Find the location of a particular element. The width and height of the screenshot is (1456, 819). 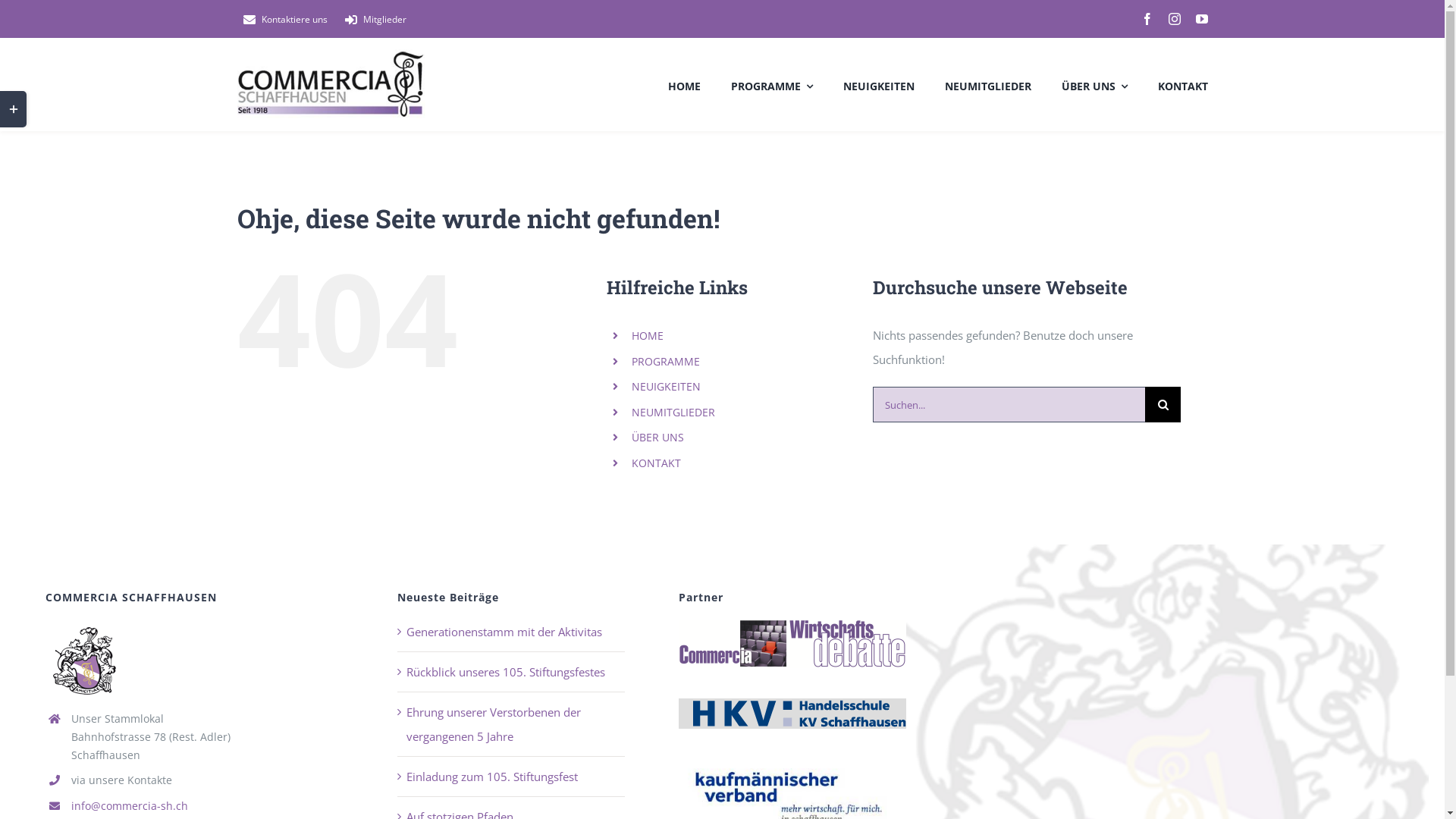

'NEUIGKEITEN' is located at coordinates (878, 84).